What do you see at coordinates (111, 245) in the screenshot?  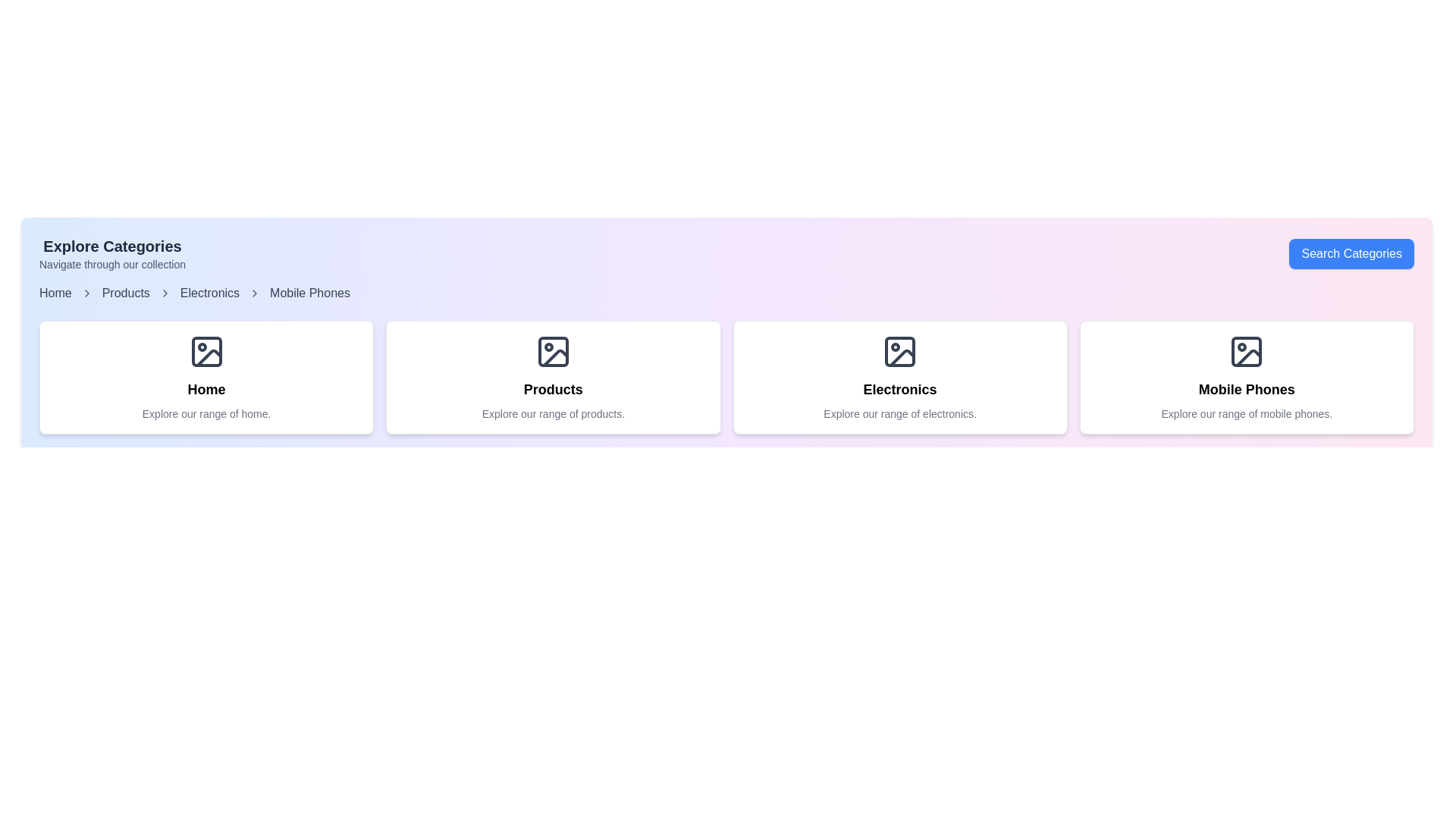 I see `the 'Explore Categories' text label, which is a prominent header displayed in large, bold dark gray font at the top-left corner of the interface` at bounding box center [111, 245].